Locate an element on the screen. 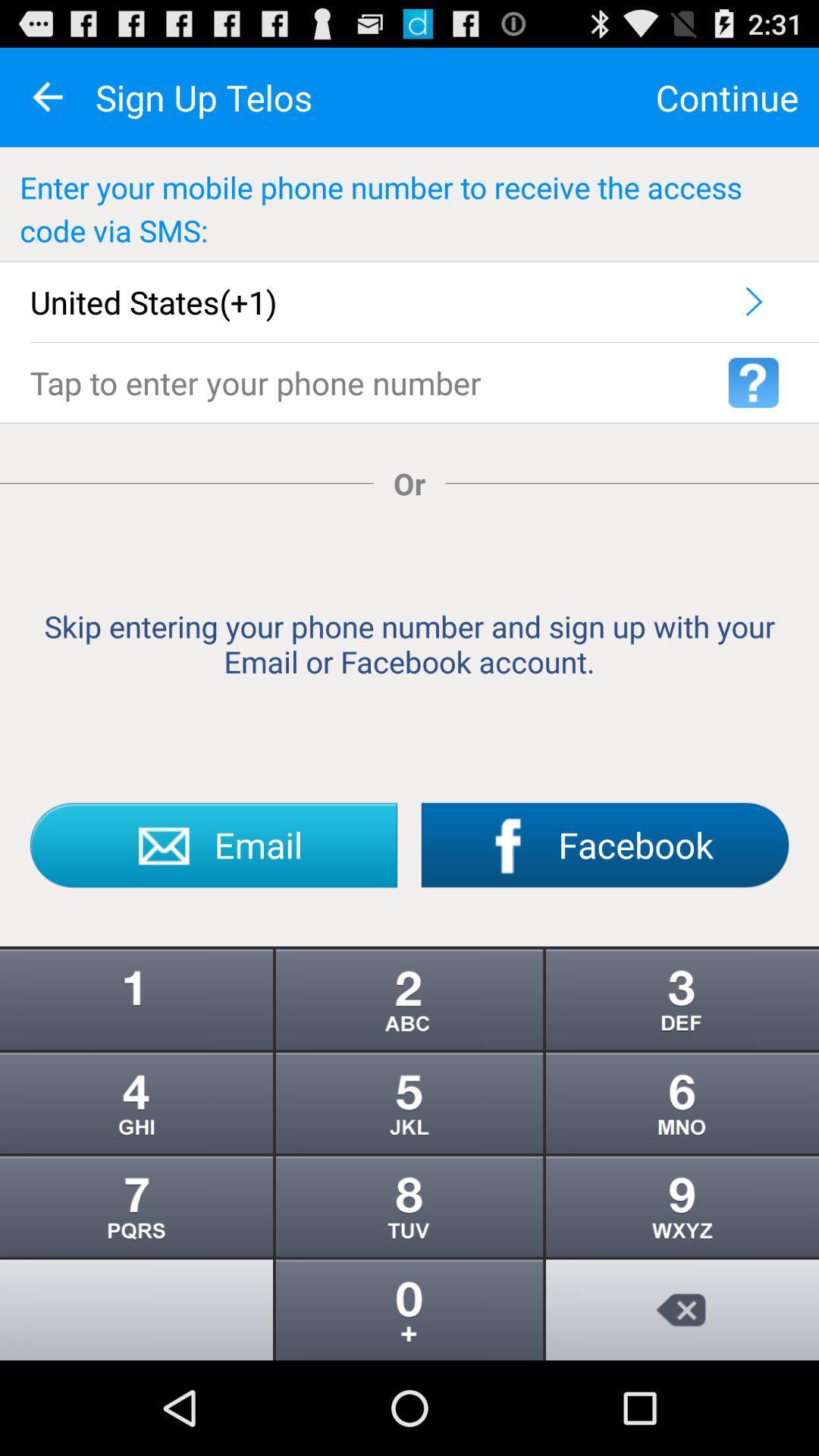 Image resolution: width=819 pixels, height=1456 pixels. the more icon is located at coordinates (136, 1179).